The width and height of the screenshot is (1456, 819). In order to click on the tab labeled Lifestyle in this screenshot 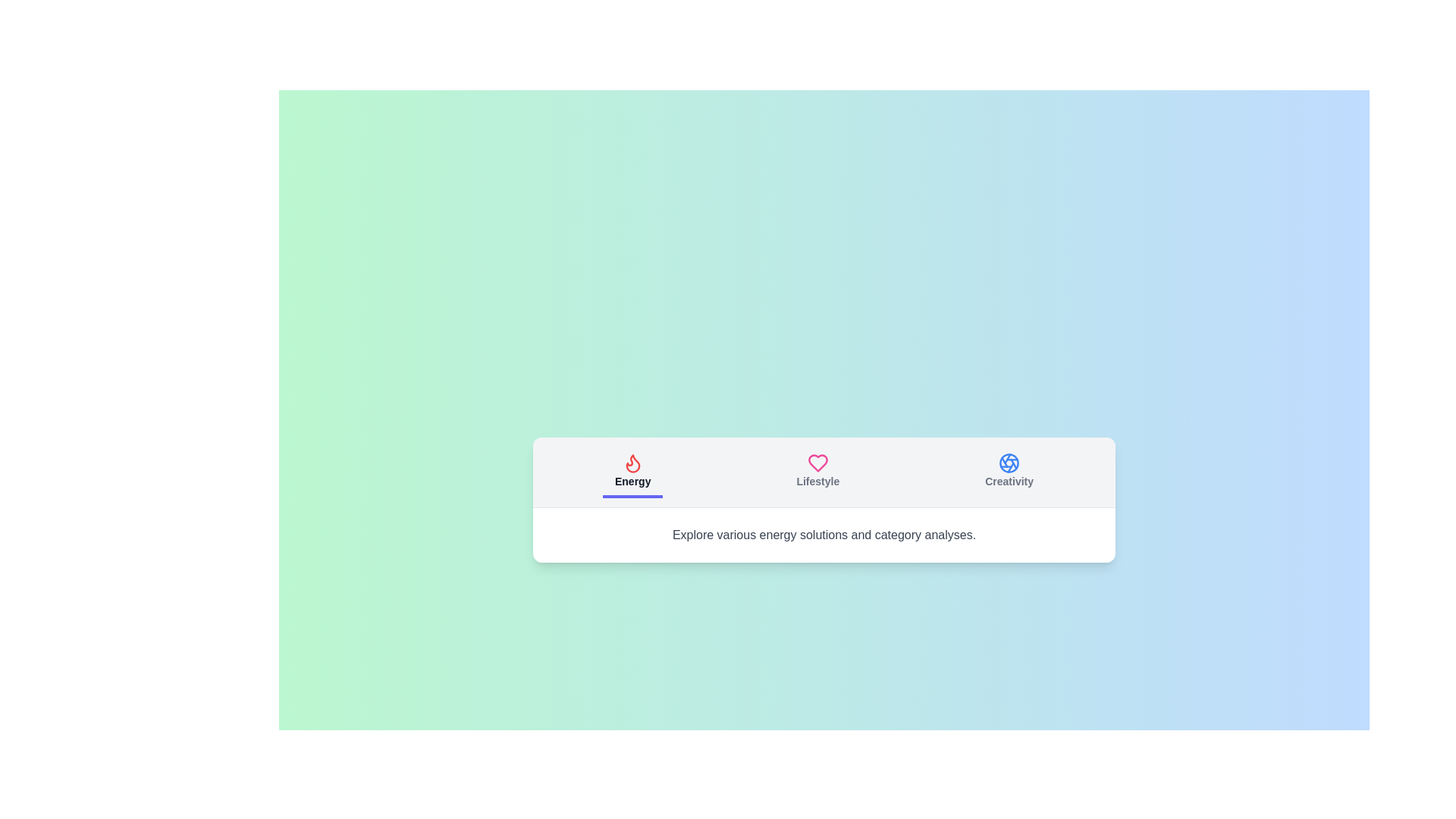, I will do `click(817, 471)`.